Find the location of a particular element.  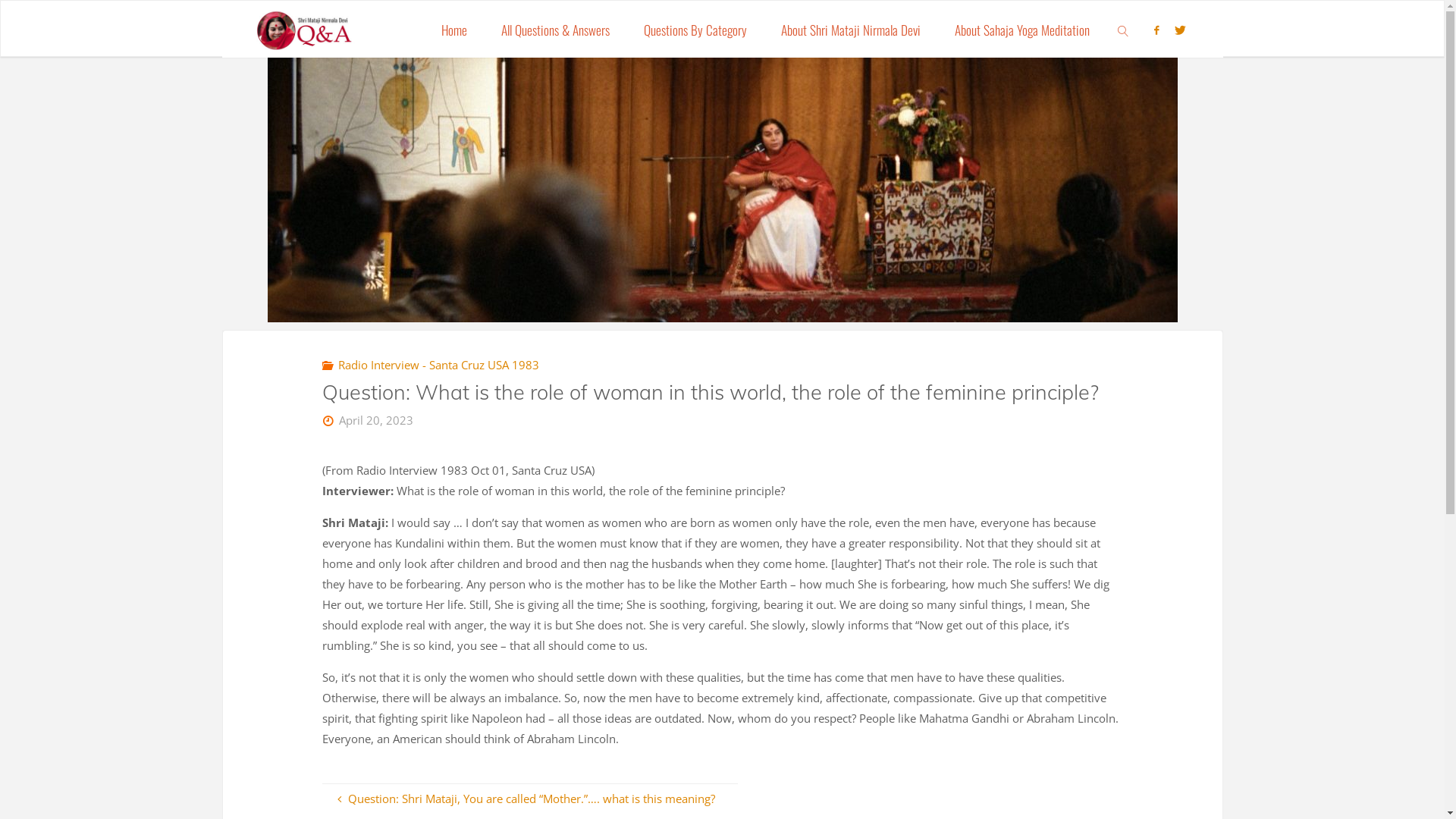

'Facebook' is located at coordinates (1155, 30).